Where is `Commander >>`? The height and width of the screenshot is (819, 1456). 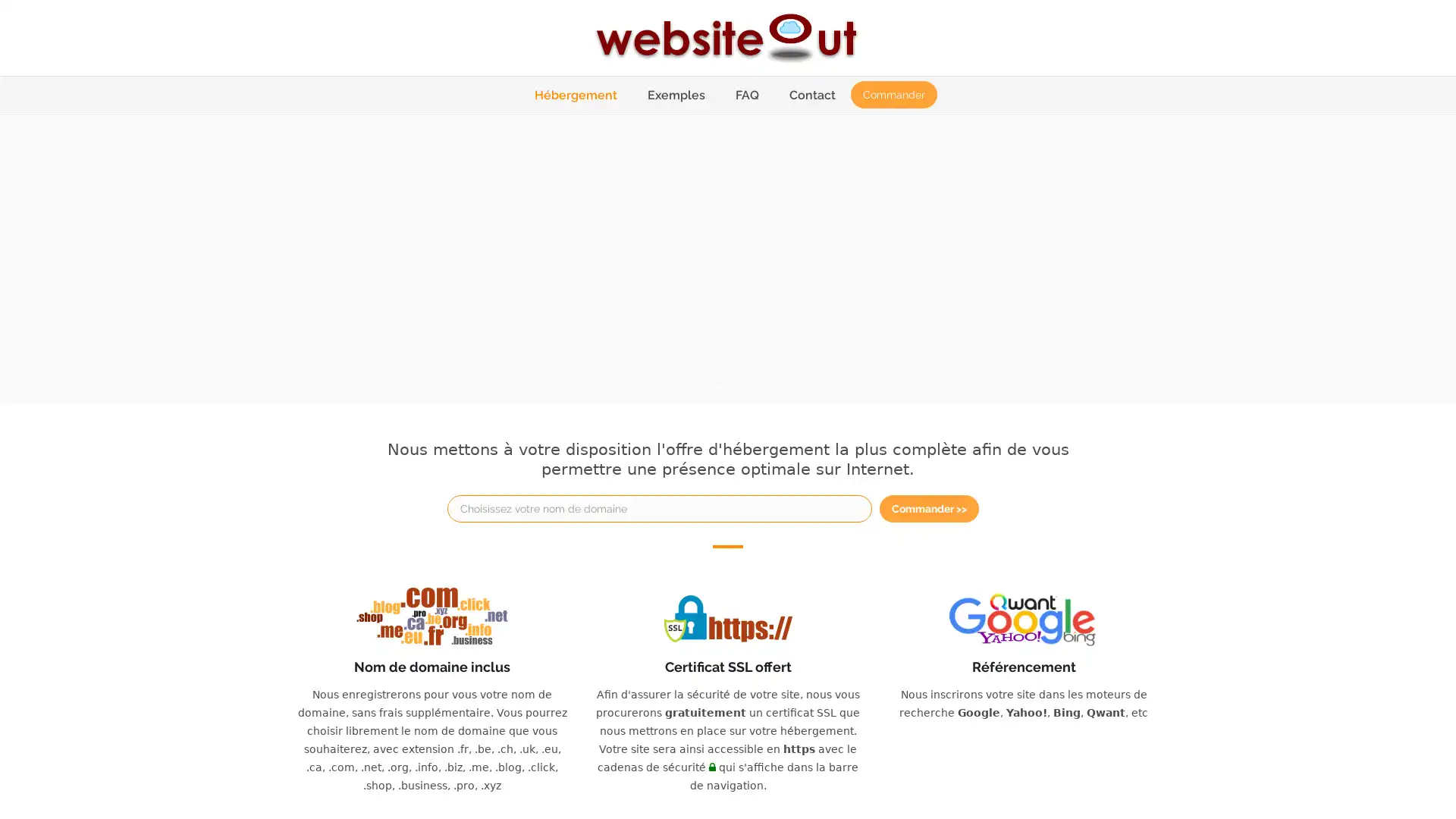
Commander >> is located at coordinates (928, 508).